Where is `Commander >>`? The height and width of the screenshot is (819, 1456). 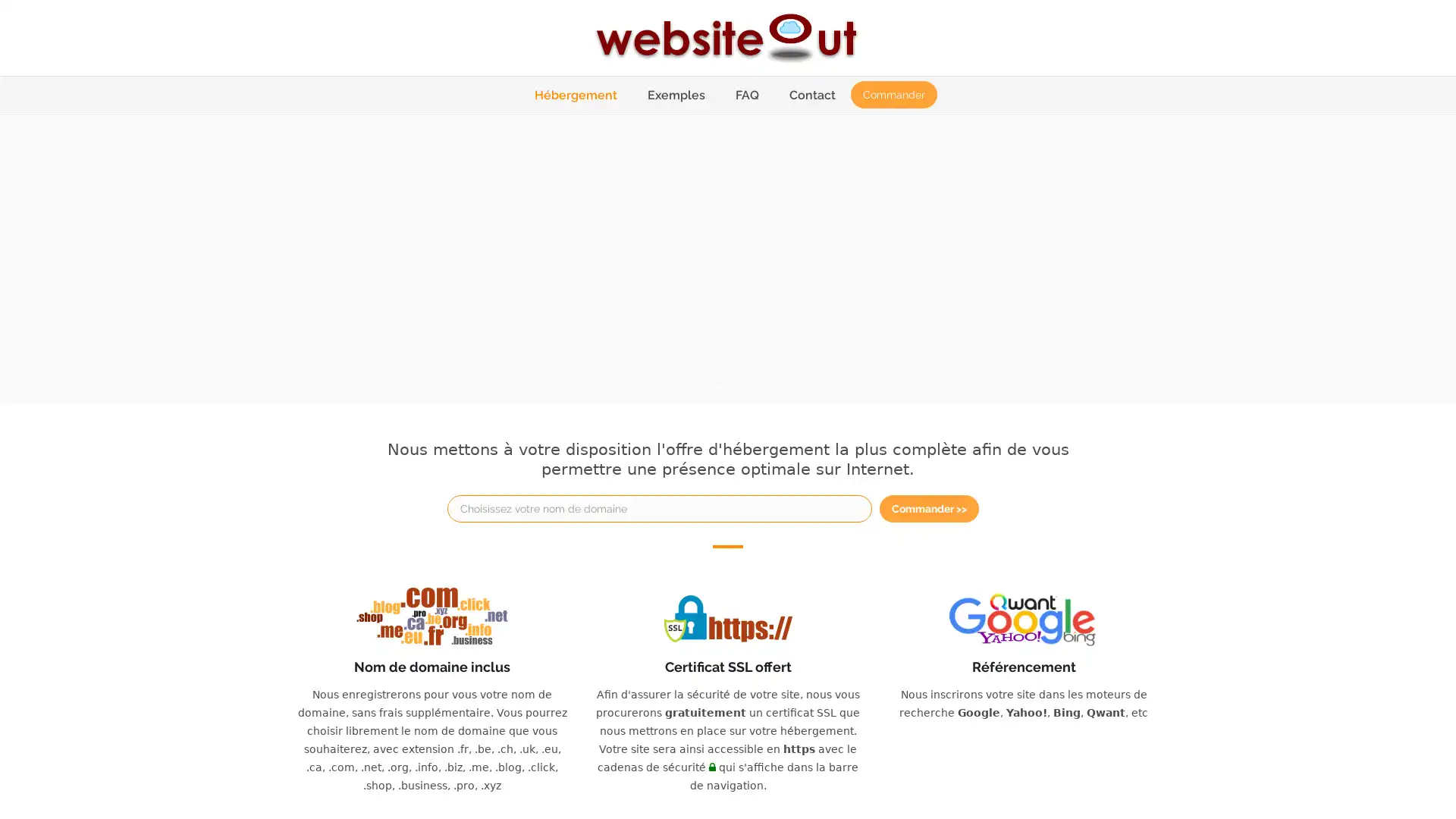
Commander >> is located at coordinates (928, 508).